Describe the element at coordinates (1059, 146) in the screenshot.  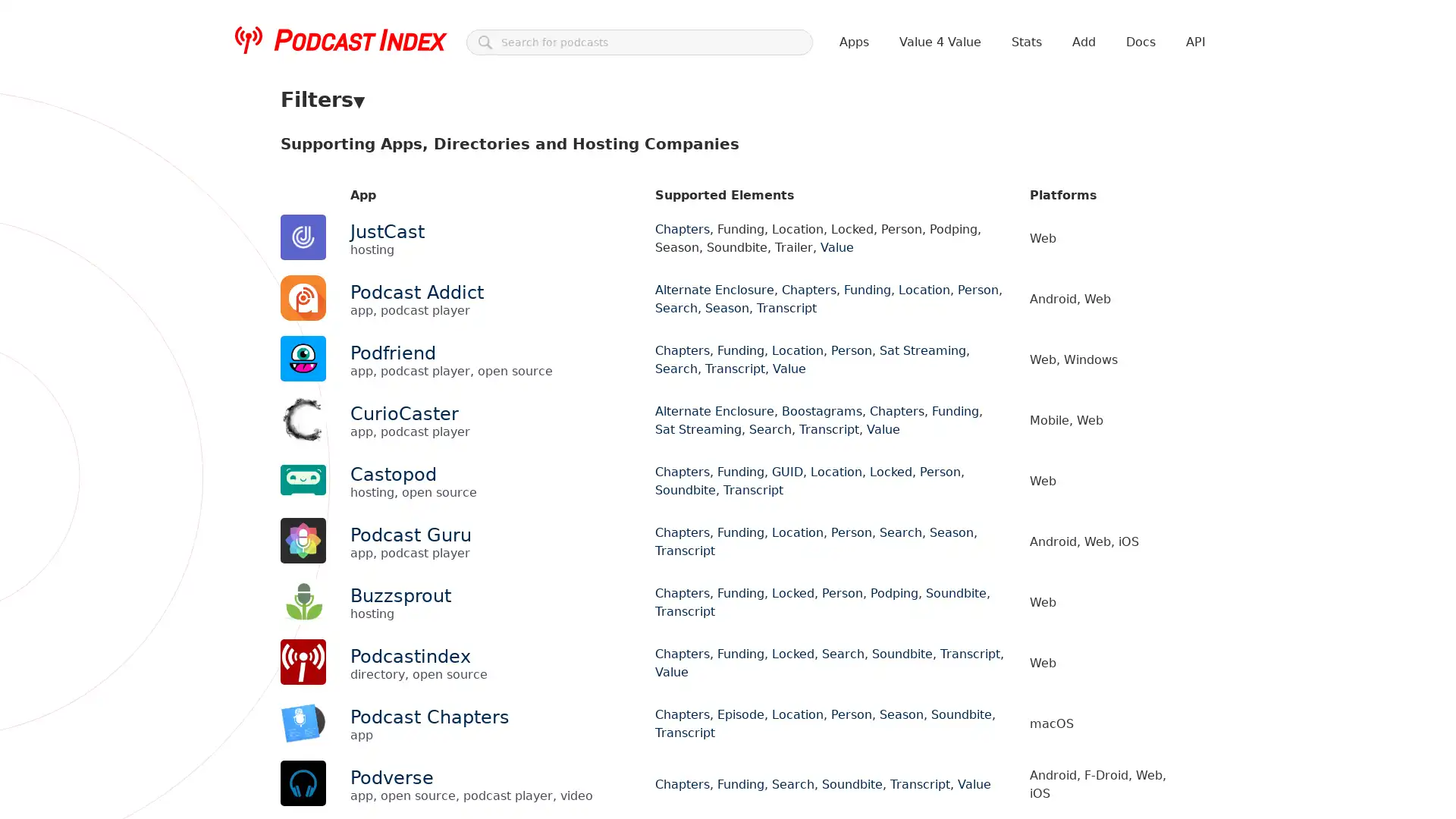
I see `Sn-network` at that location.